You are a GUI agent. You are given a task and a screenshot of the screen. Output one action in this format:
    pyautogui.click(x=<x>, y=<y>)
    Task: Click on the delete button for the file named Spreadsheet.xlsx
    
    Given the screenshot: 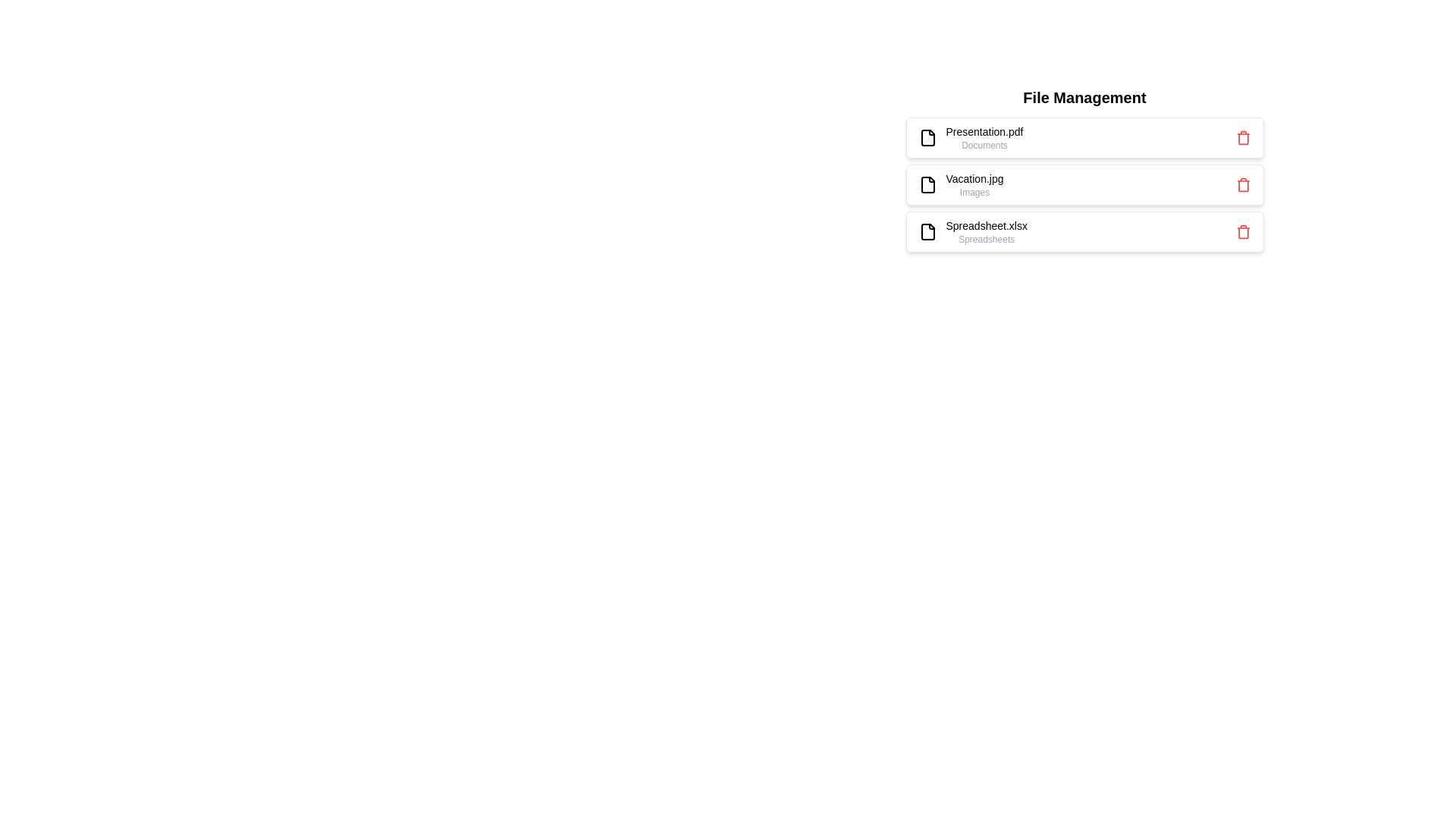 What is the action you would take?
    pyautogui.click(x=1243, y=231)
    